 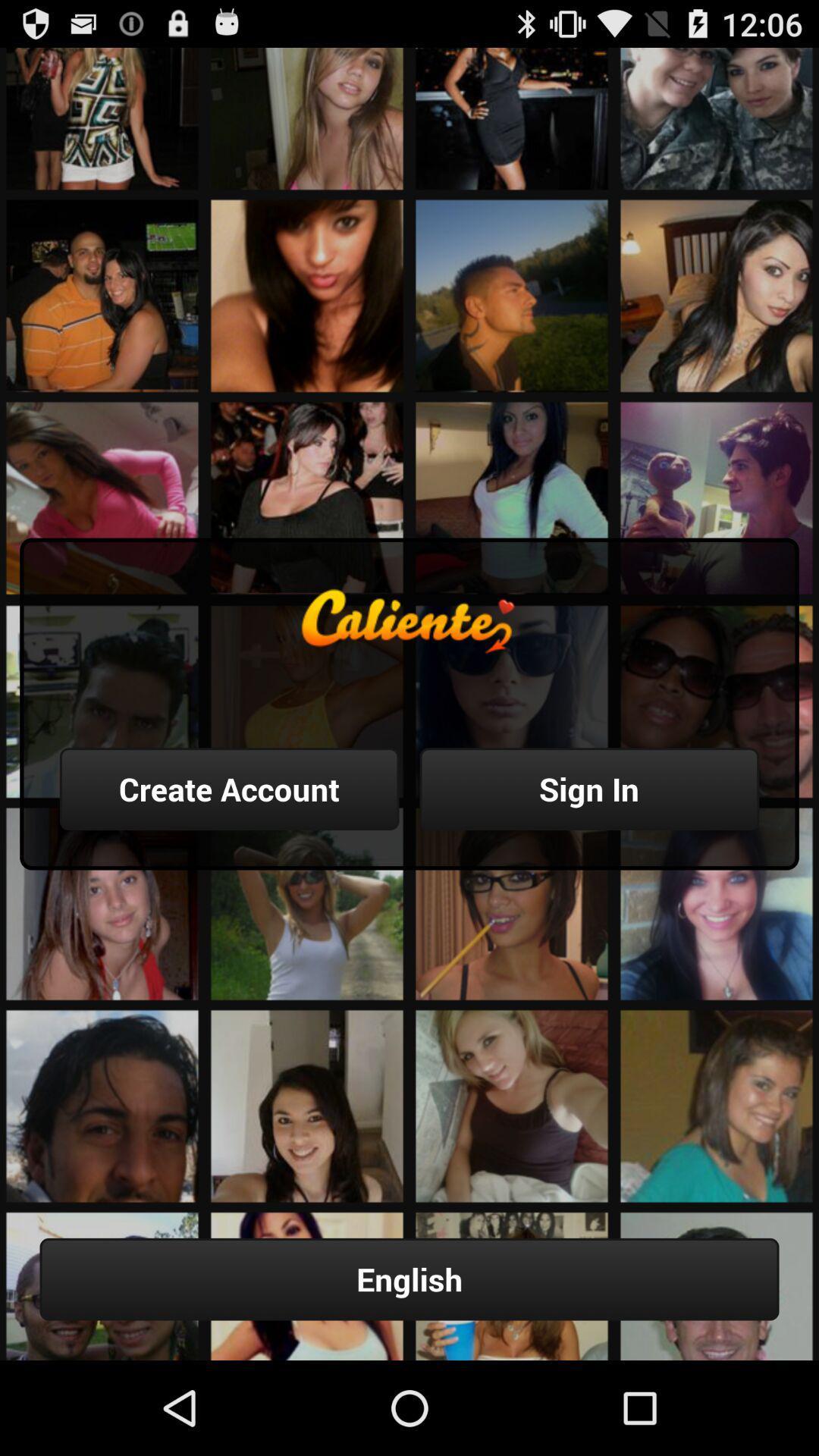 What do you see at coordinates (409, 1279) in the screenshot?
I see `button at the bottom` at bounding box center [409, 1279].